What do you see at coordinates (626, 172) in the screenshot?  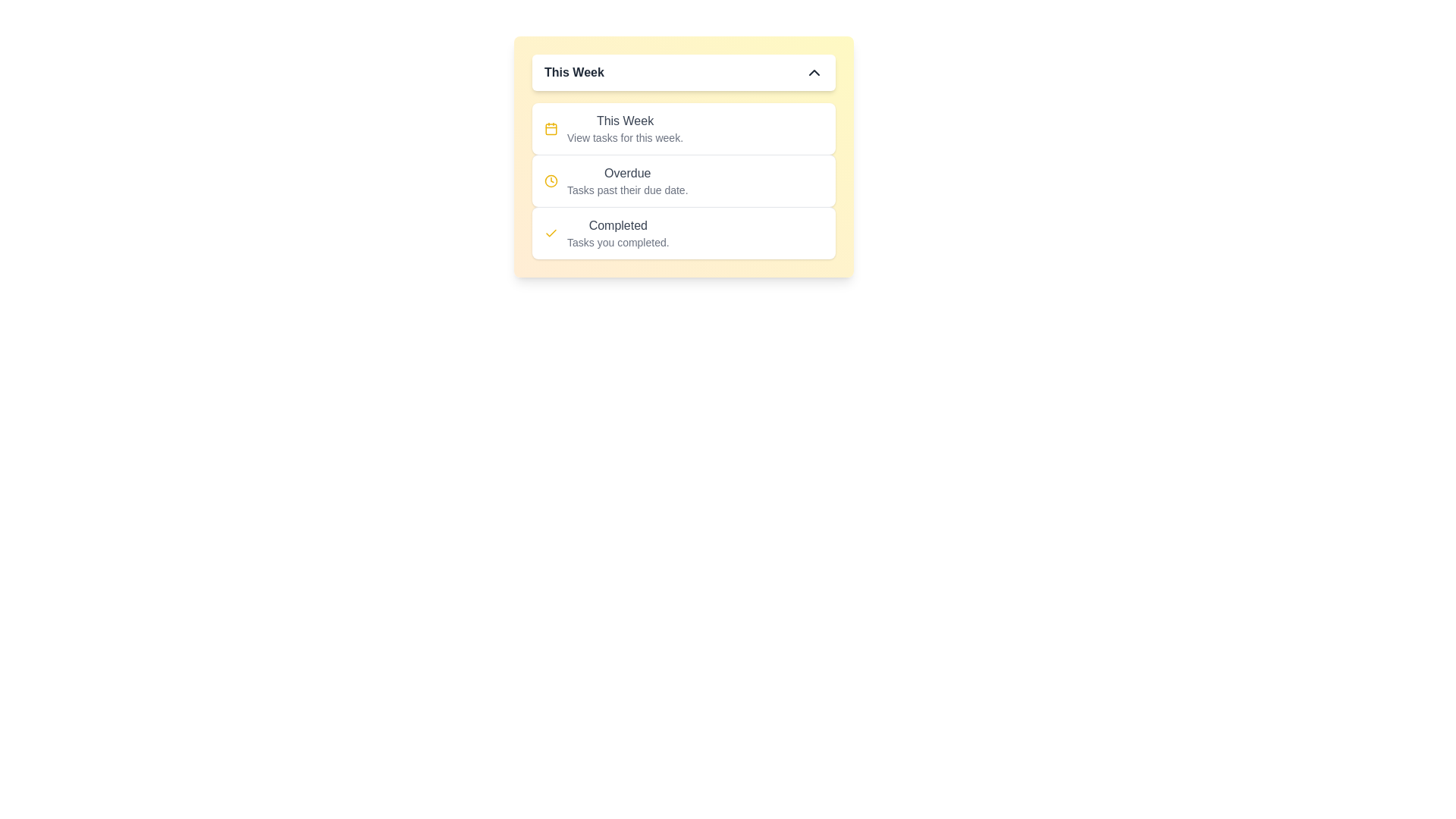 I see `the task category Overdue to view its description` at bounding box center [626, 172].